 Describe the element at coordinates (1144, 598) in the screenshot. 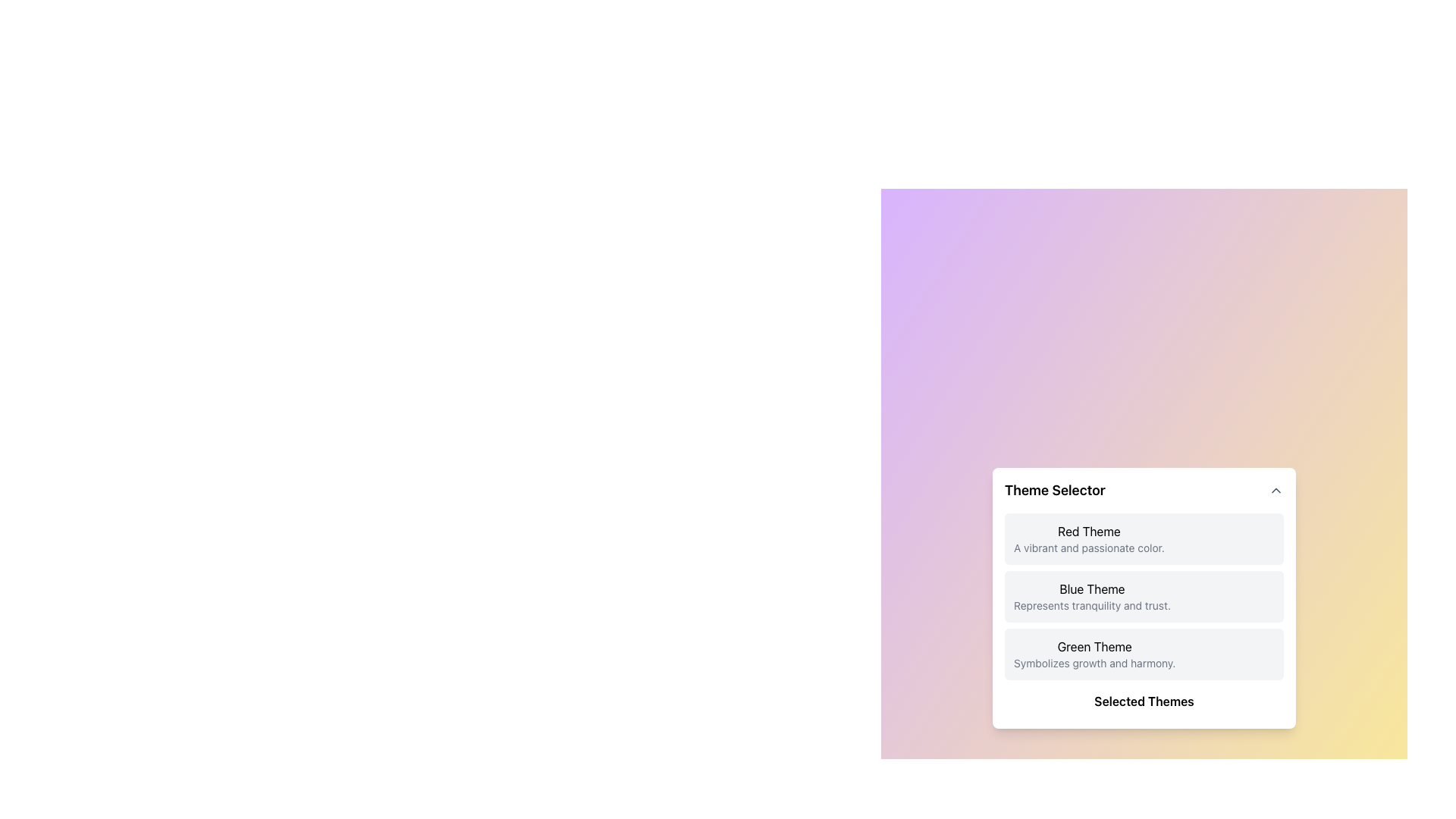

I see `the second card in the theme selector menu` at that location.